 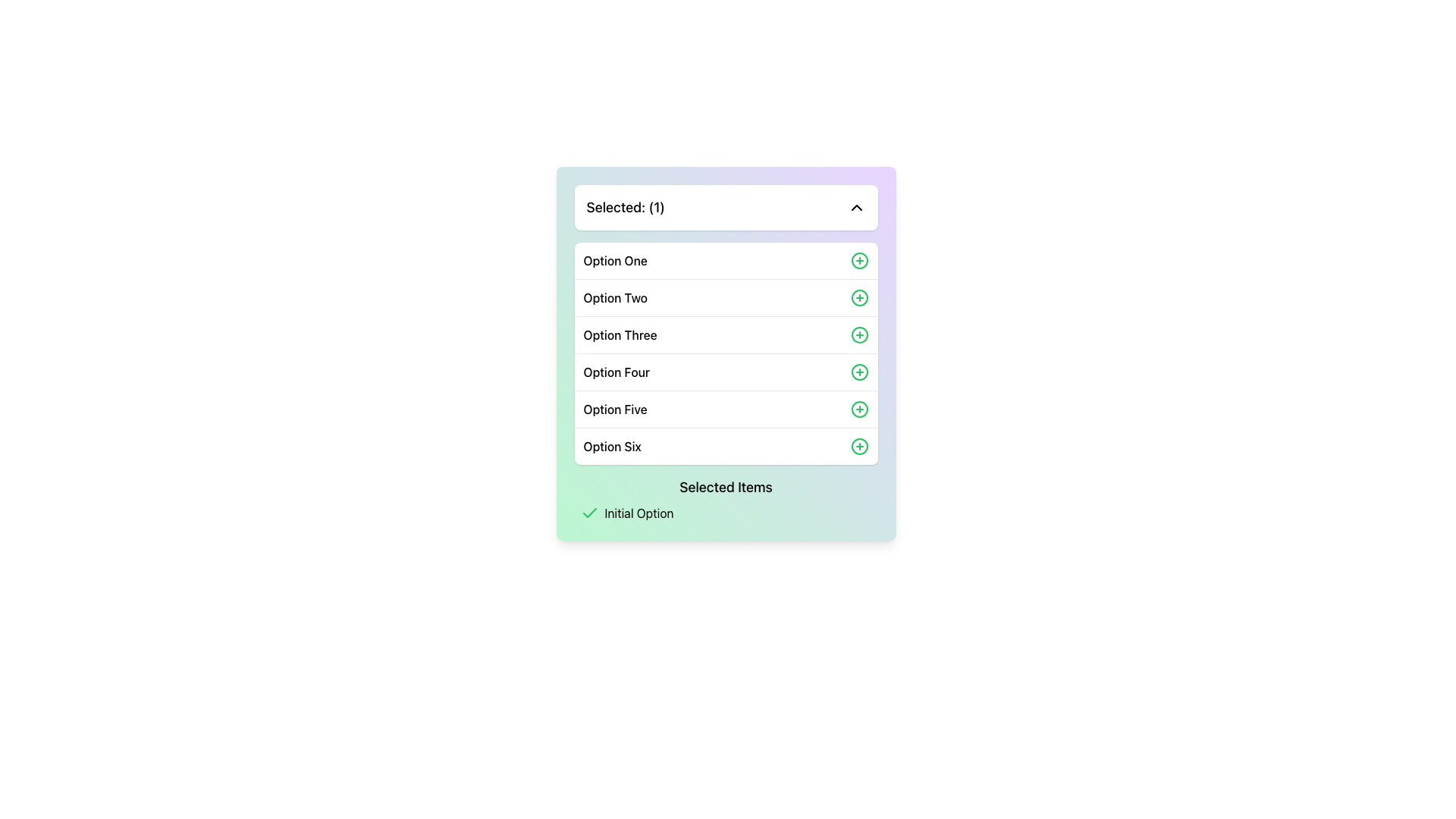 What do you see at coordinates (859, 259) in the screenshot?
I see `the add button located to the far right of the list item labeled 'Option One'` at bounding box center [859, 259].